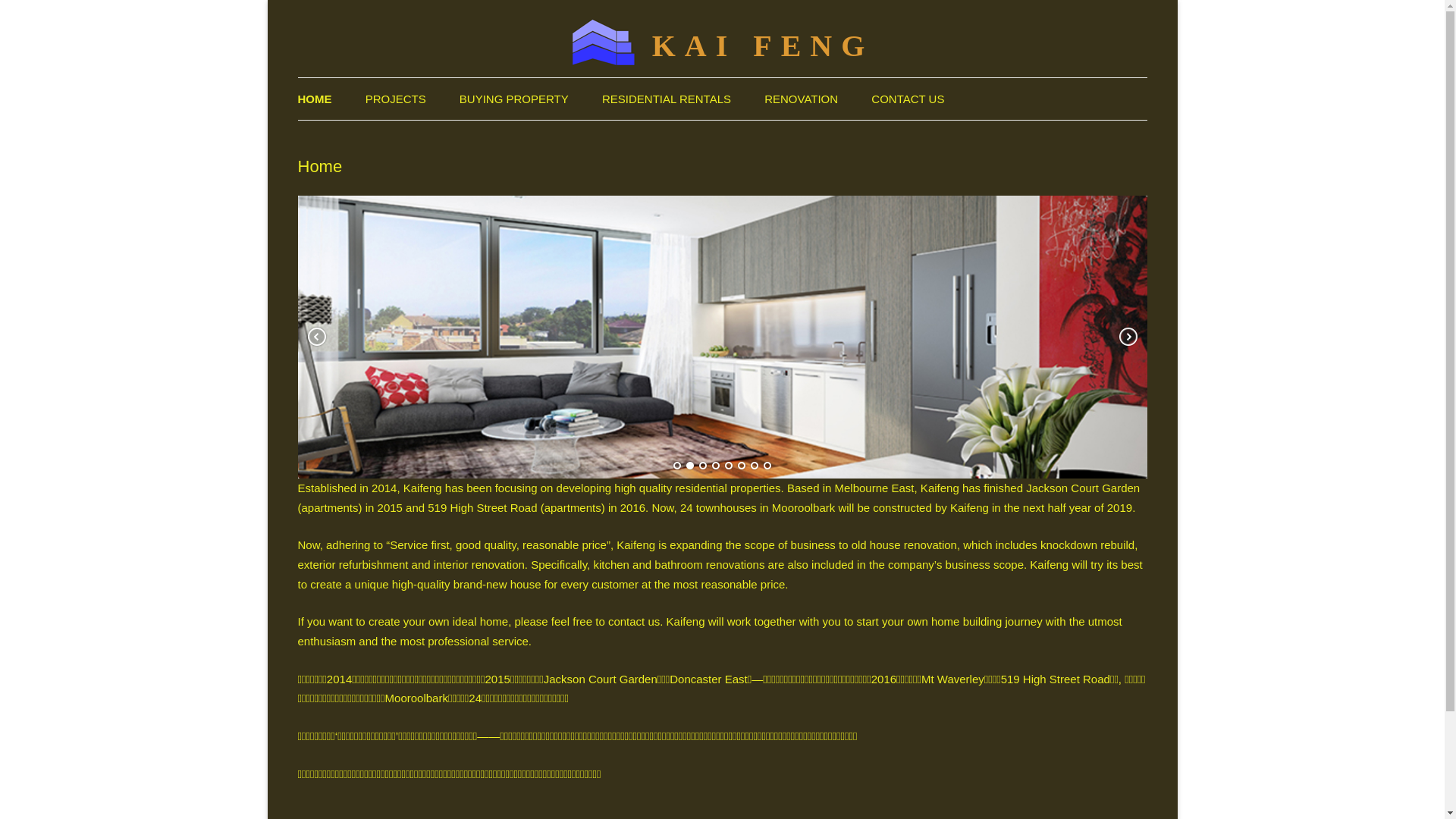 The image size is (1456, 819). I want to click on 'CONTACT US', so click(907, 99).